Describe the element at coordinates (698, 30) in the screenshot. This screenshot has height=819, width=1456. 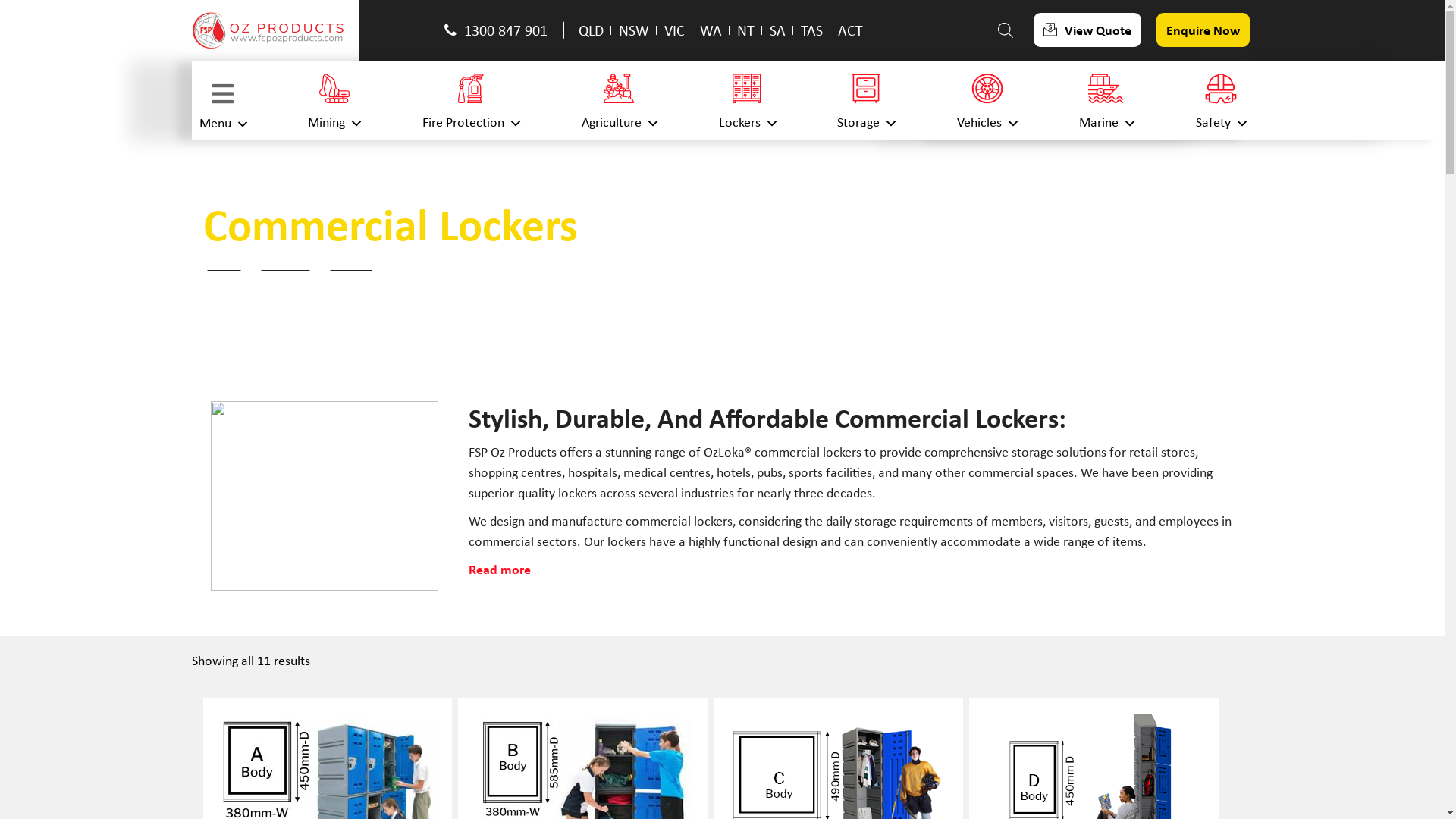
I see `'WA'` at that location.